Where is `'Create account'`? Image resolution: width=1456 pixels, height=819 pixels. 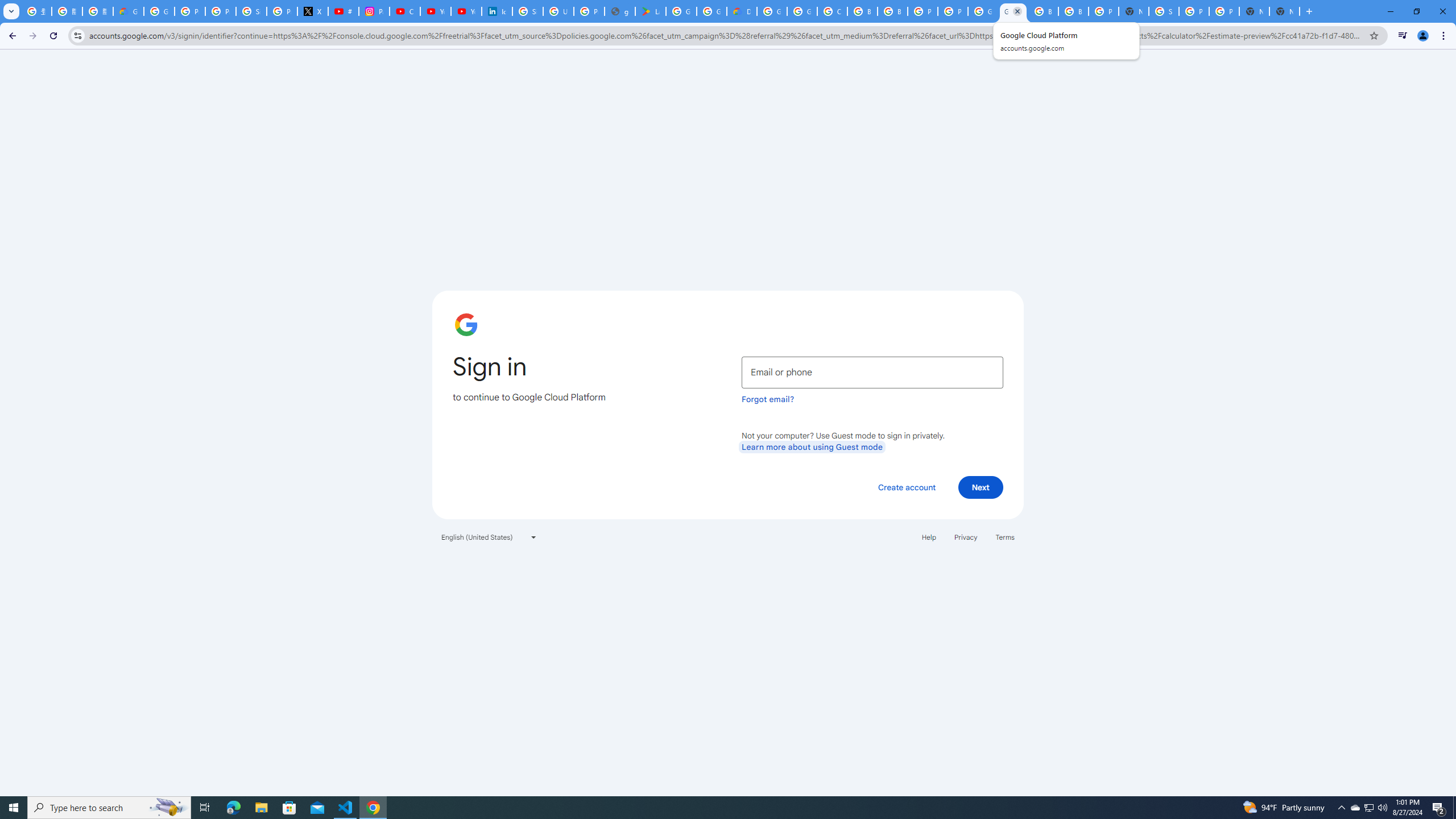
'Create account' is located at coordinates (906, 486).